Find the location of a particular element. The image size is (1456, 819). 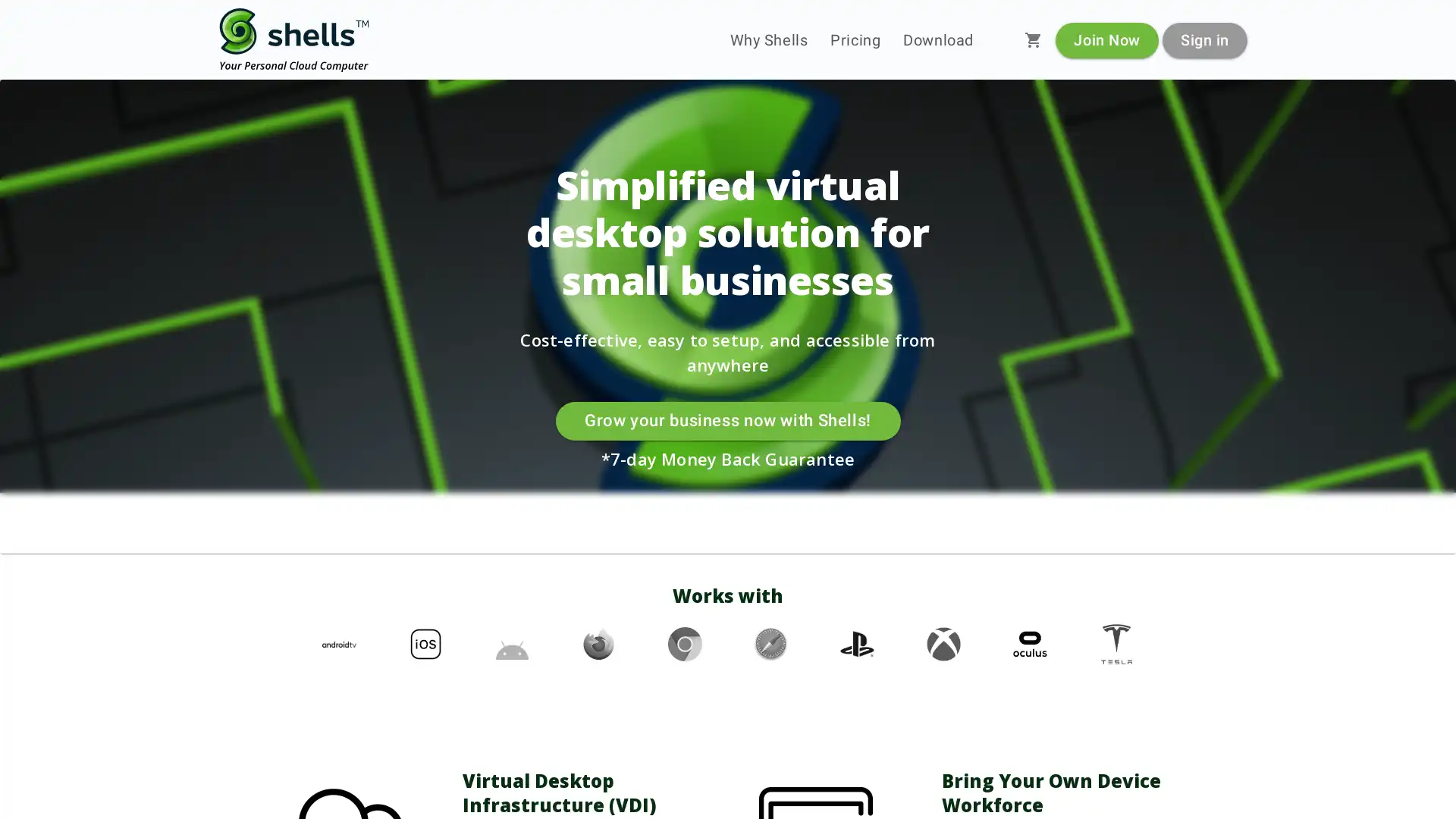

Grow your business now with Shells! is located at coordinates (726, 421).